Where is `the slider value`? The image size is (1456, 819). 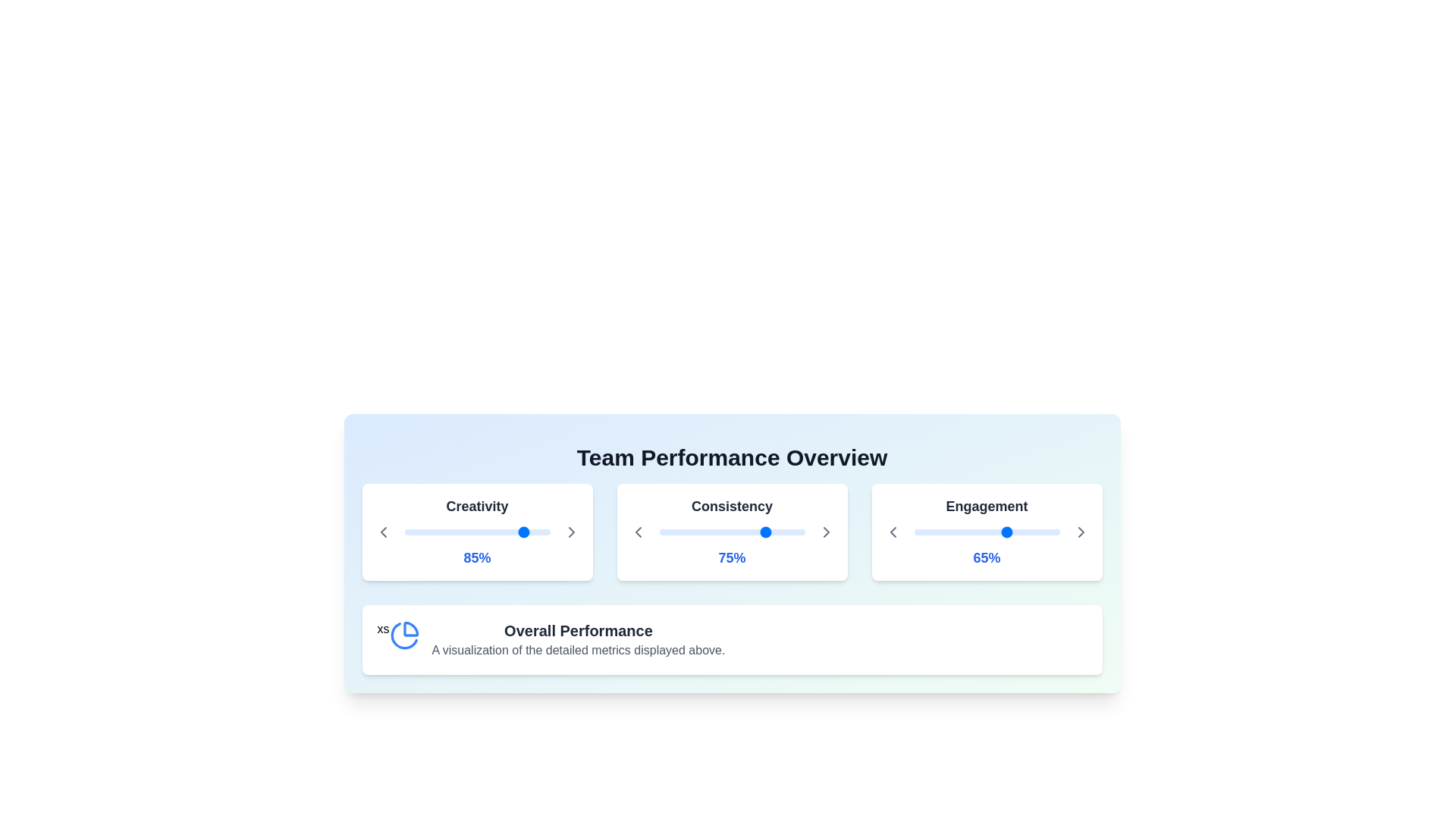
the slider value is located at coordinates (419, 532).